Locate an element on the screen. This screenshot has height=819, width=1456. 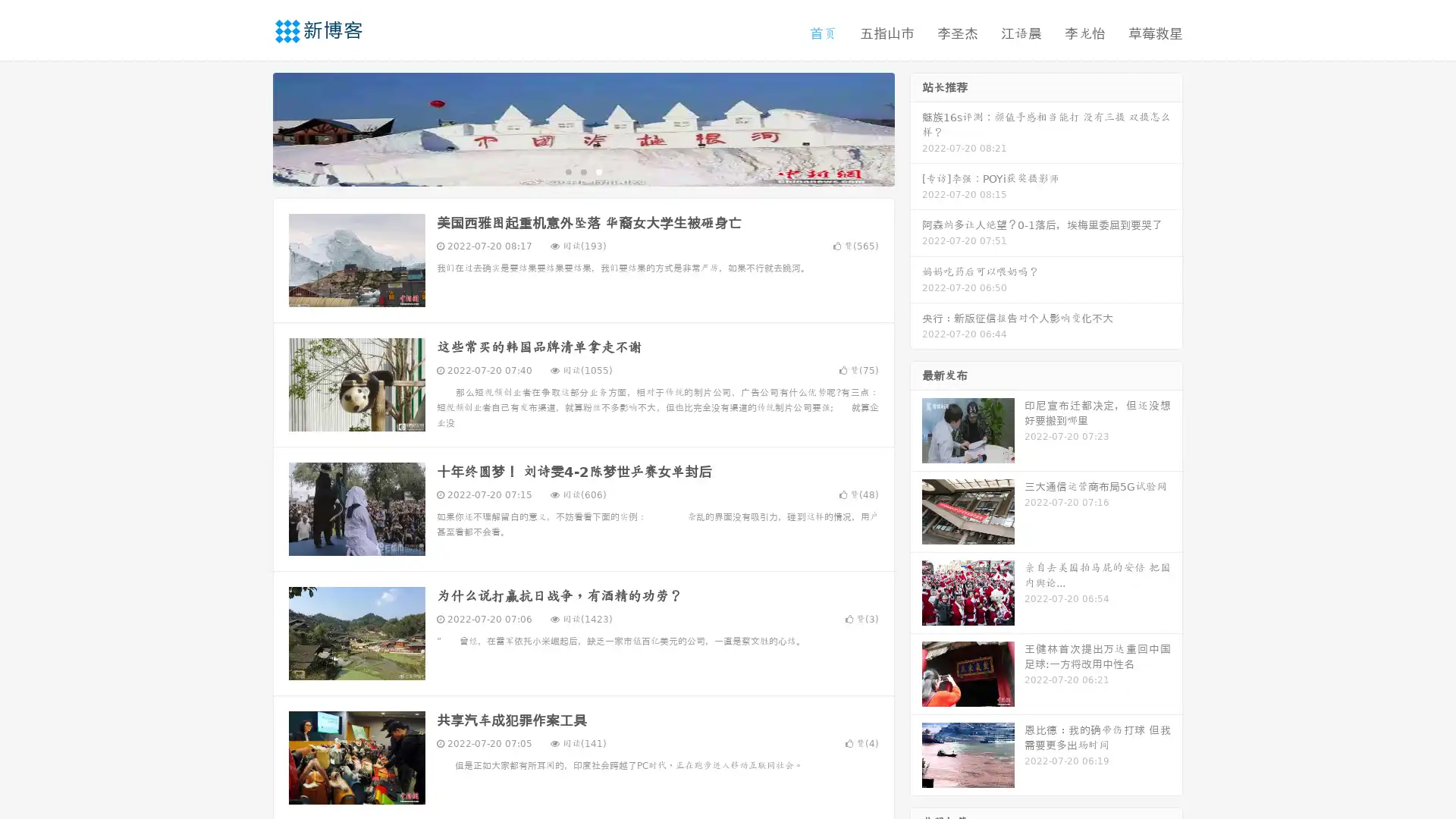
Go to slide 3 is located at coordinates (598, 171).